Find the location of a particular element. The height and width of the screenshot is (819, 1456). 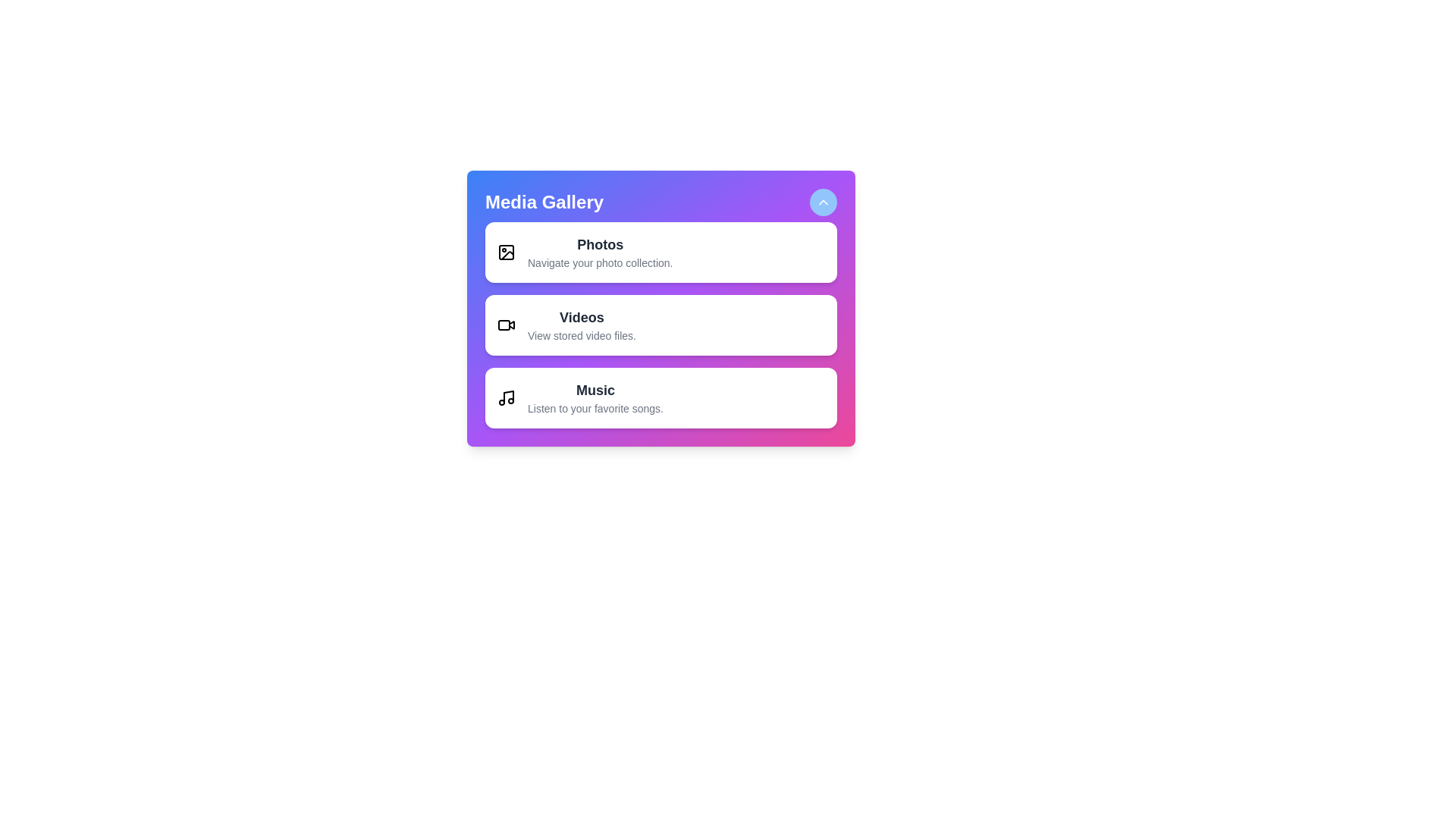

the toggle button to expand or collapse the menu is located at coordinates (822, 201).